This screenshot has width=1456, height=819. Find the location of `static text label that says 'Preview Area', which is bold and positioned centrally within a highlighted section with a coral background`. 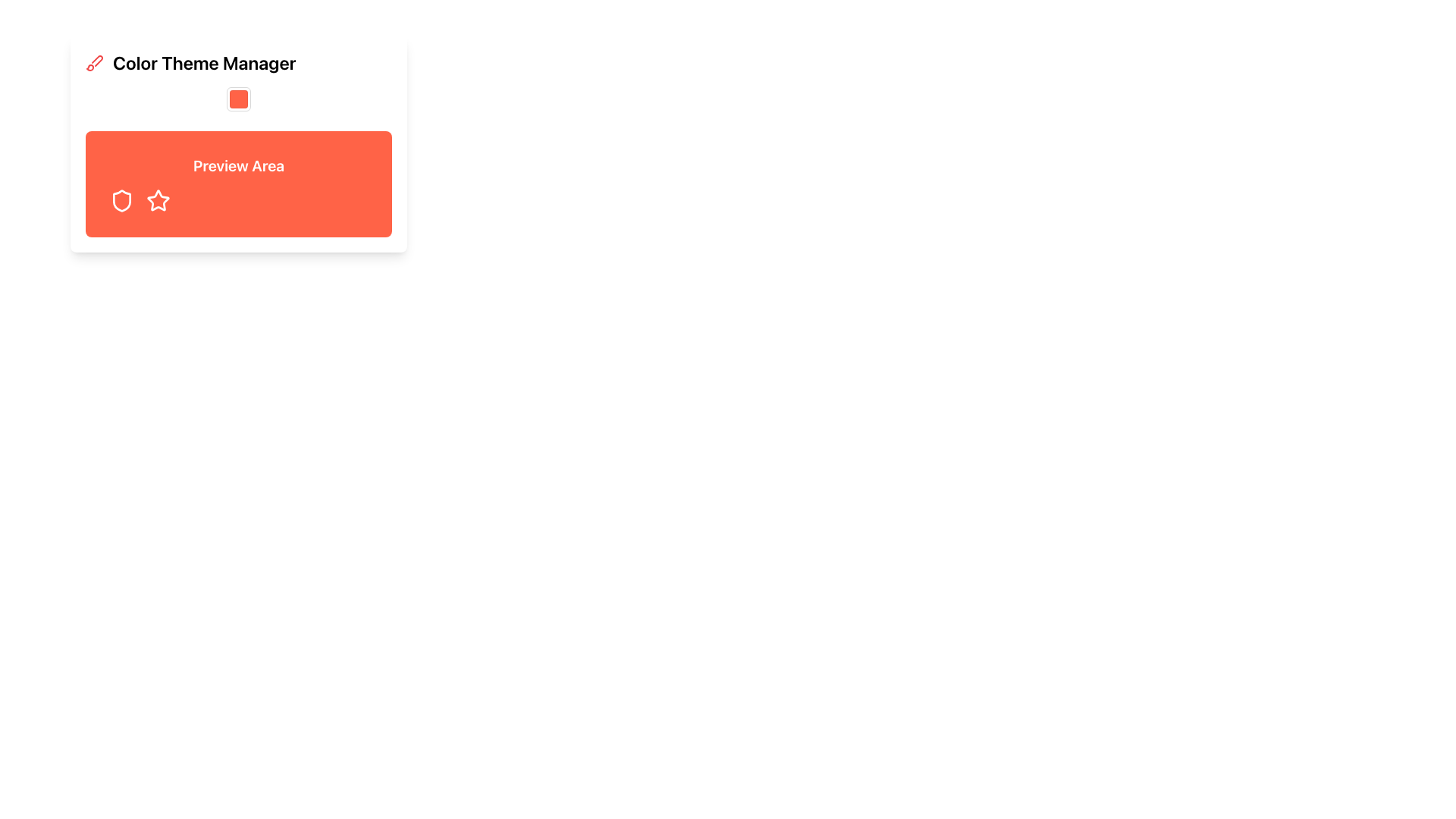

static text label that says 'Preview Area', which is bold and positioned centrally within a highlighted section with a coral background is located at coordinates (238, 166).